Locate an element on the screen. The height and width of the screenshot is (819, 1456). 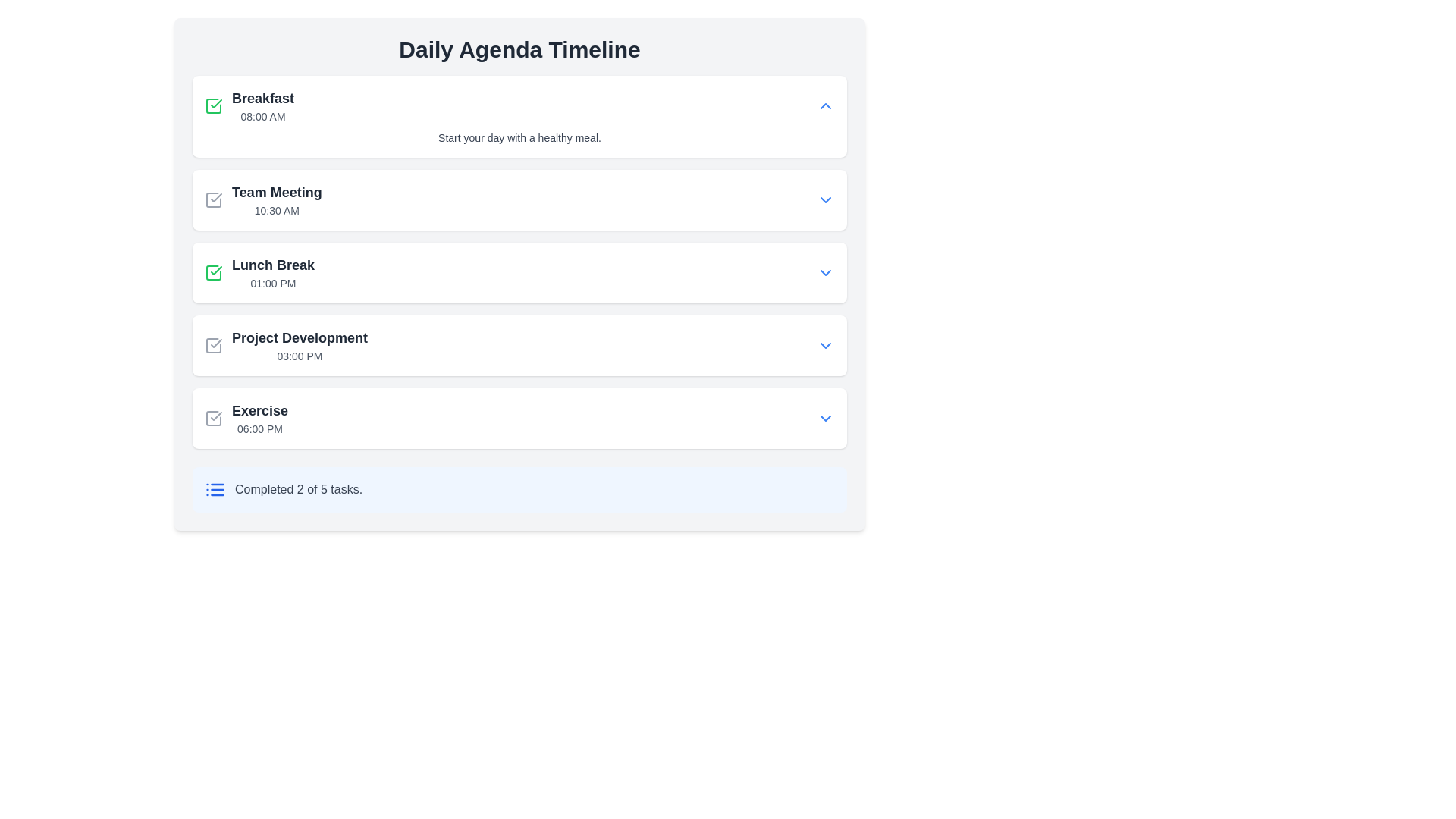
the time '06:00 PM' displayed in the smaller, gray font text label is located at coordinates (260, 429).